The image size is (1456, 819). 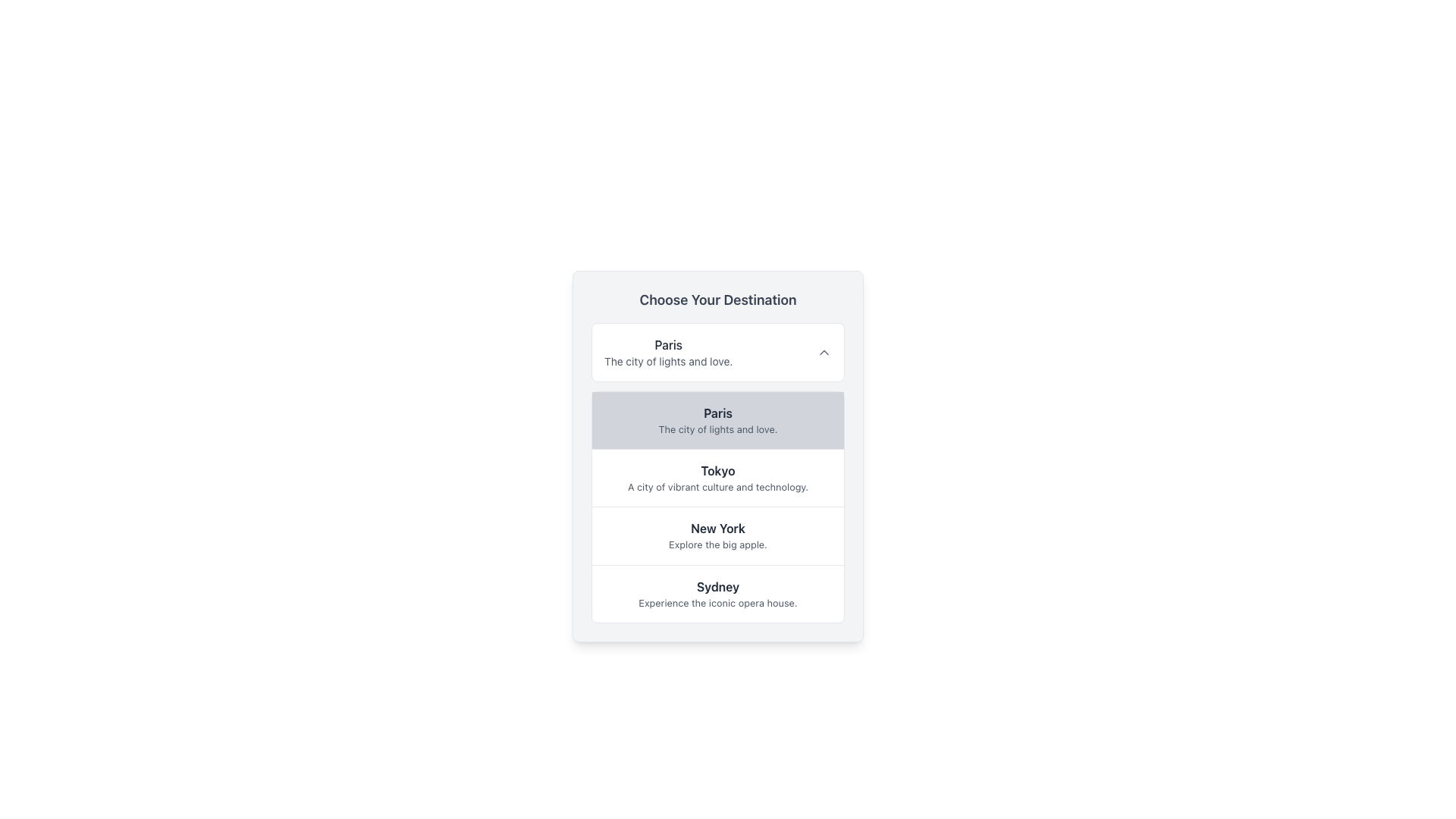 What do you see at coordinates (823, 353) in the screenshot?
I see `the toggle icon located inside the right side of the white box labeled 'Paris: The city of lights and love.'` at bounding box center [823, 353].